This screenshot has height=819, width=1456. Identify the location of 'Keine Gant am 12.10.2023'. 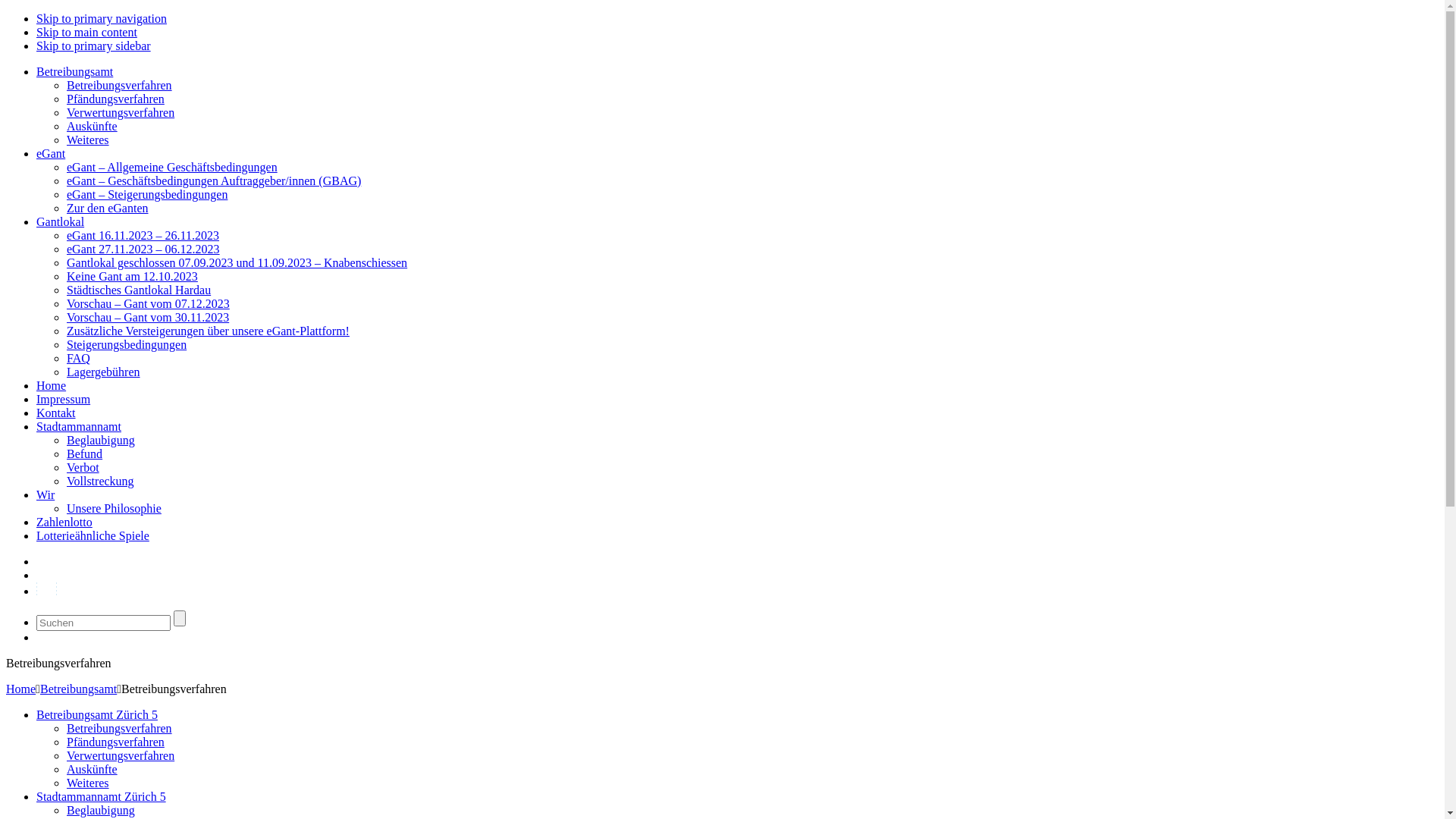
(132, 276).